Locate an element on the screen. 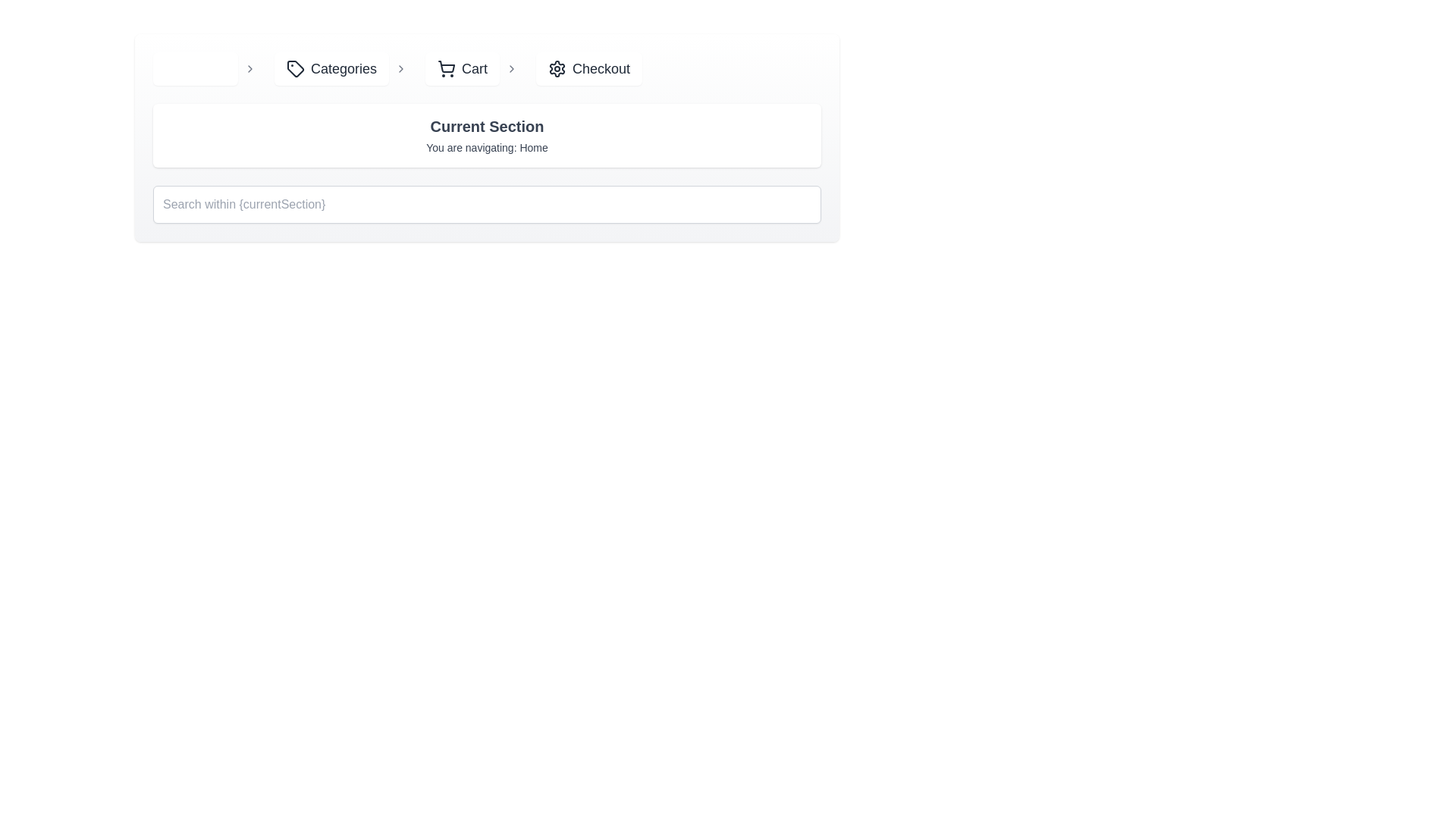 The width and height of the screenshot is (1456, 819). the right-facing chevron SVG icon located in the navigation bar next to the 'Cart' text is located at coordinates (512, 69).